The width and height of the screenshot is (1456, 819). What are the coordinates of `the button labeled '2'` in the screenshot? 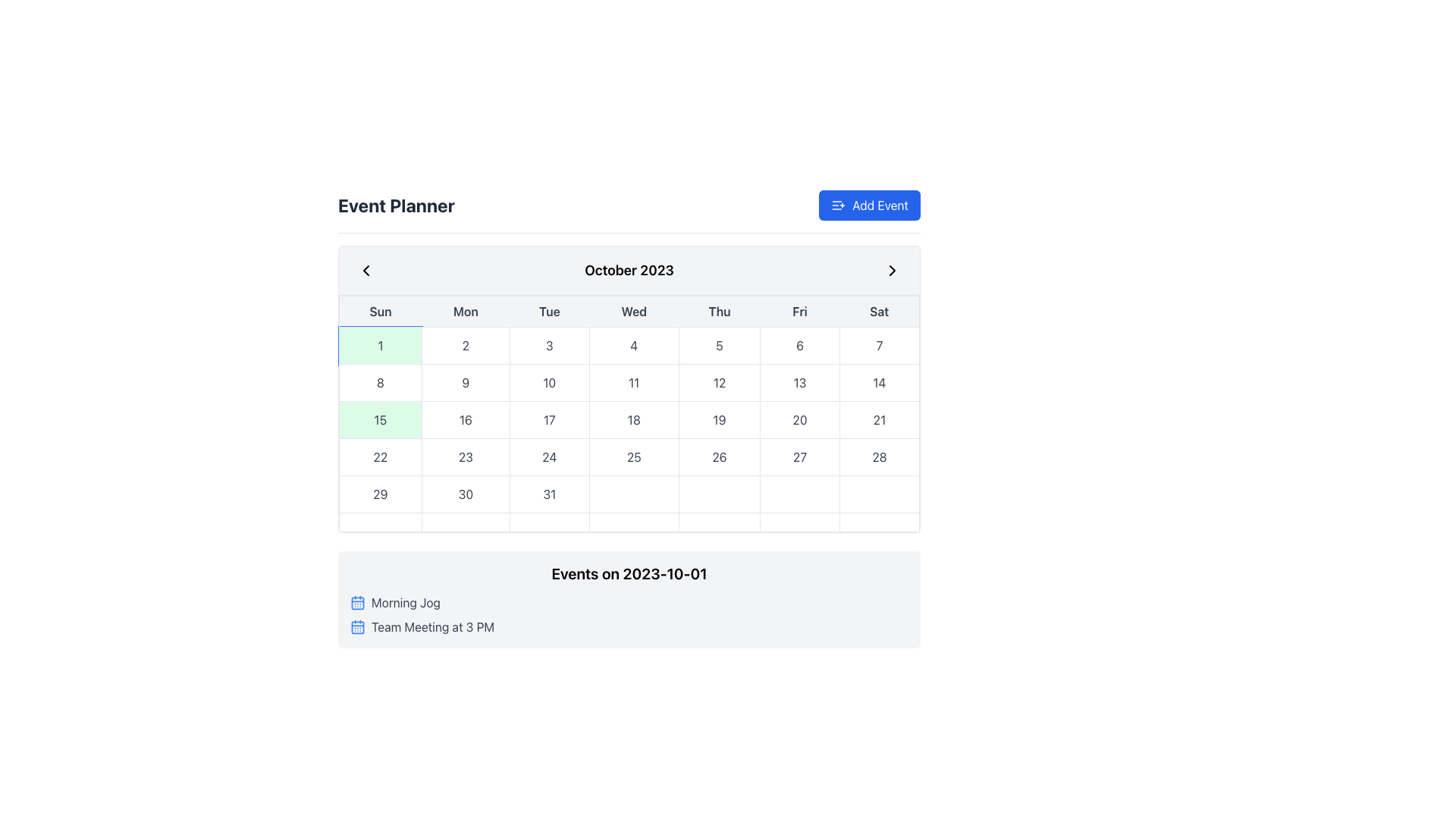 It's located at (465, 345).